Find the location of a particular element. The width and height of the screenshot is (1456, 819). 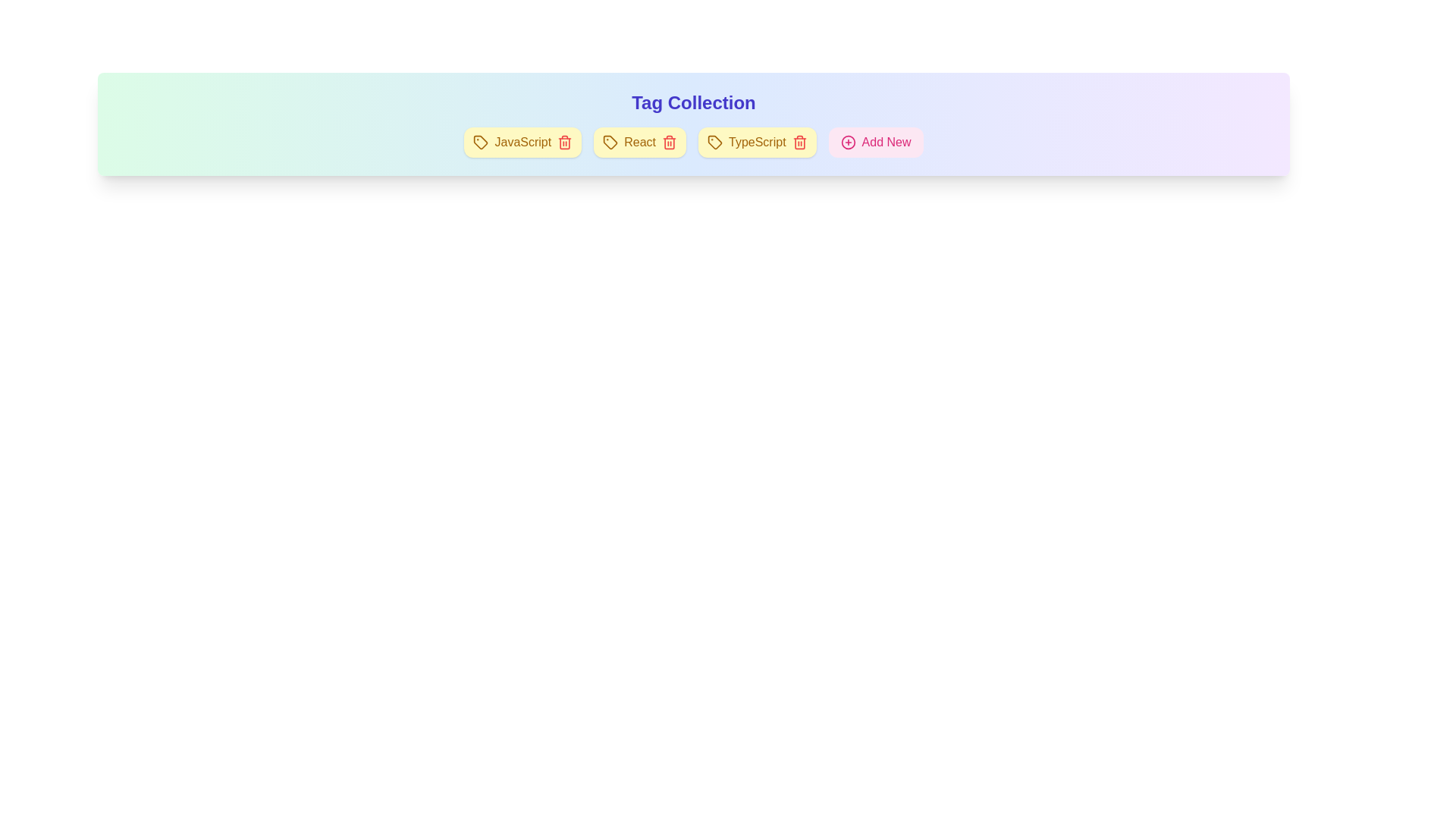

the small tag icon with a yellowish outline located to the left of the 'JavaScript' label is located at coordinates (480, 143).